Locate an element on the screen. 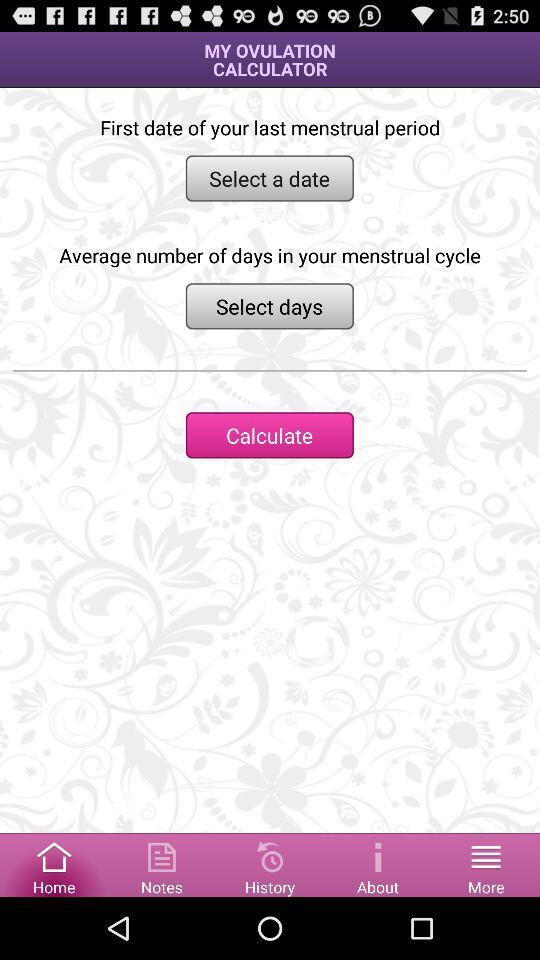 The width and height of the screenshot is (540, 960). go home is located at coordinates (54, 863).